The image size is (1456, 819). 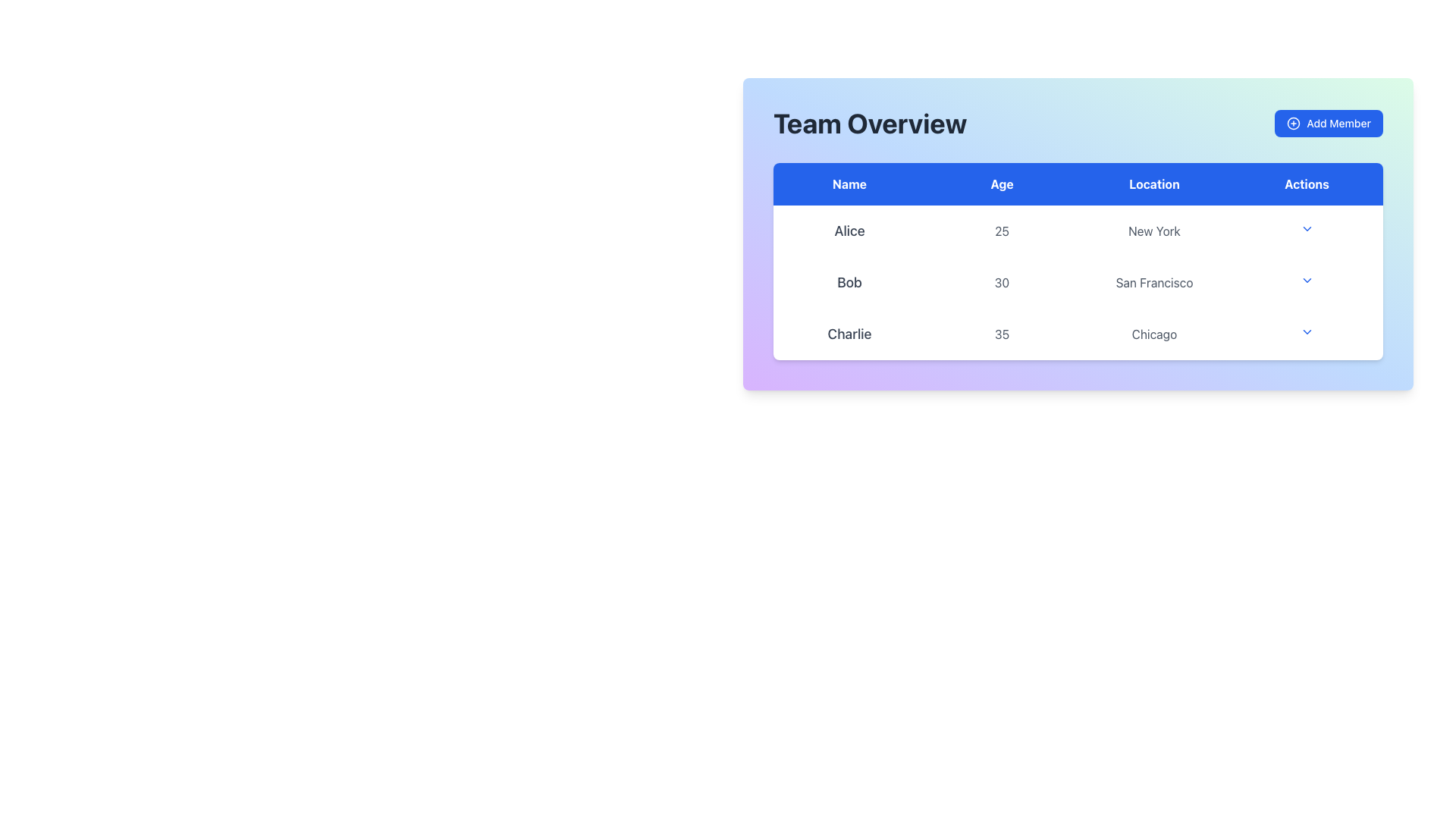 What do you see at coordinates (1002, 184) in the screenshot?
I see `the 'Age' label in the header row of the table, which is the second column between 'Name' and 'Location'` at bounding box center [1002, 184].